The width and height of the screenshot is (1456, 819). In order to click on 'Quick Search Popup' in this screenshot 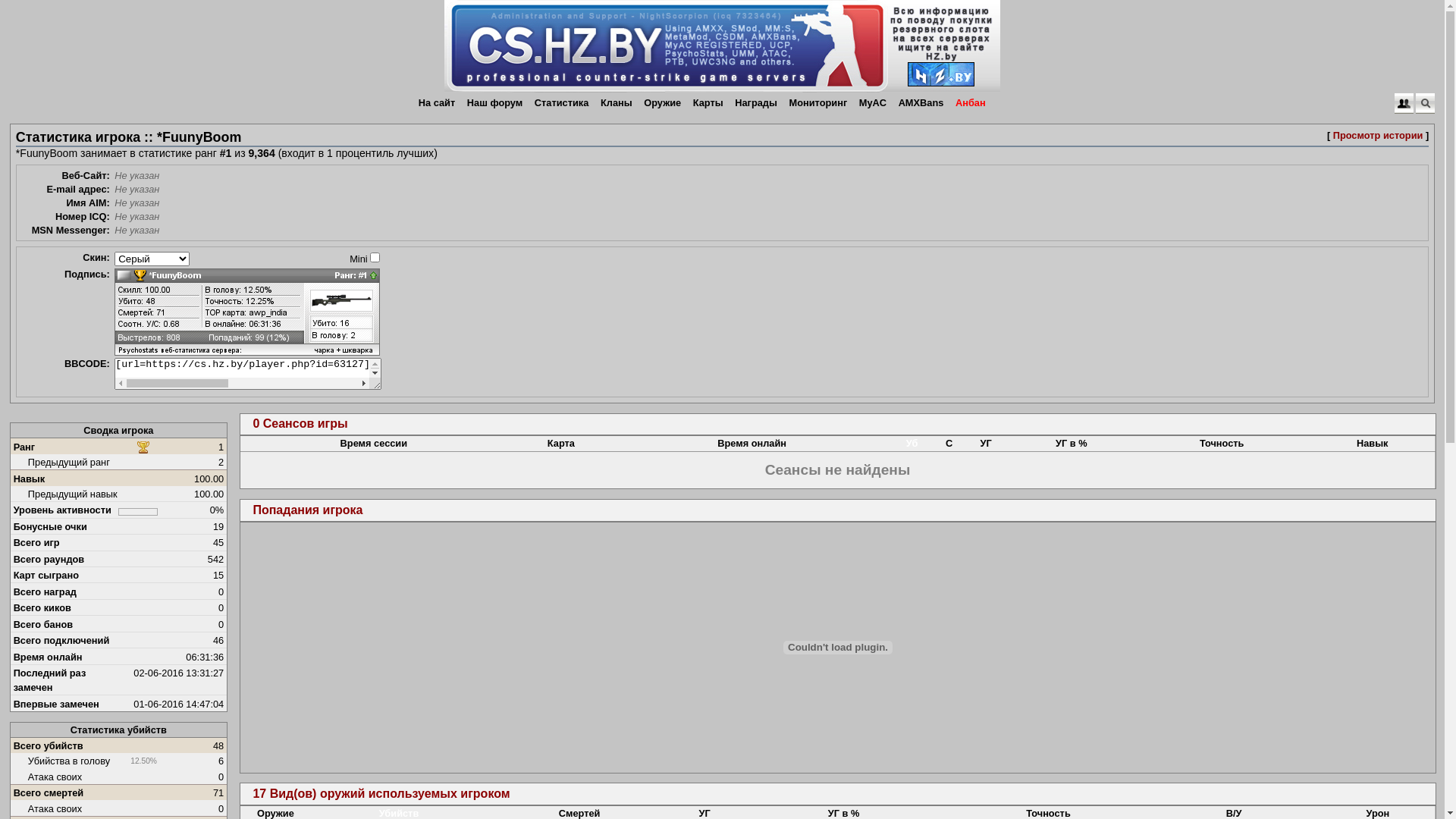, I will do `click(1424, 102)`.